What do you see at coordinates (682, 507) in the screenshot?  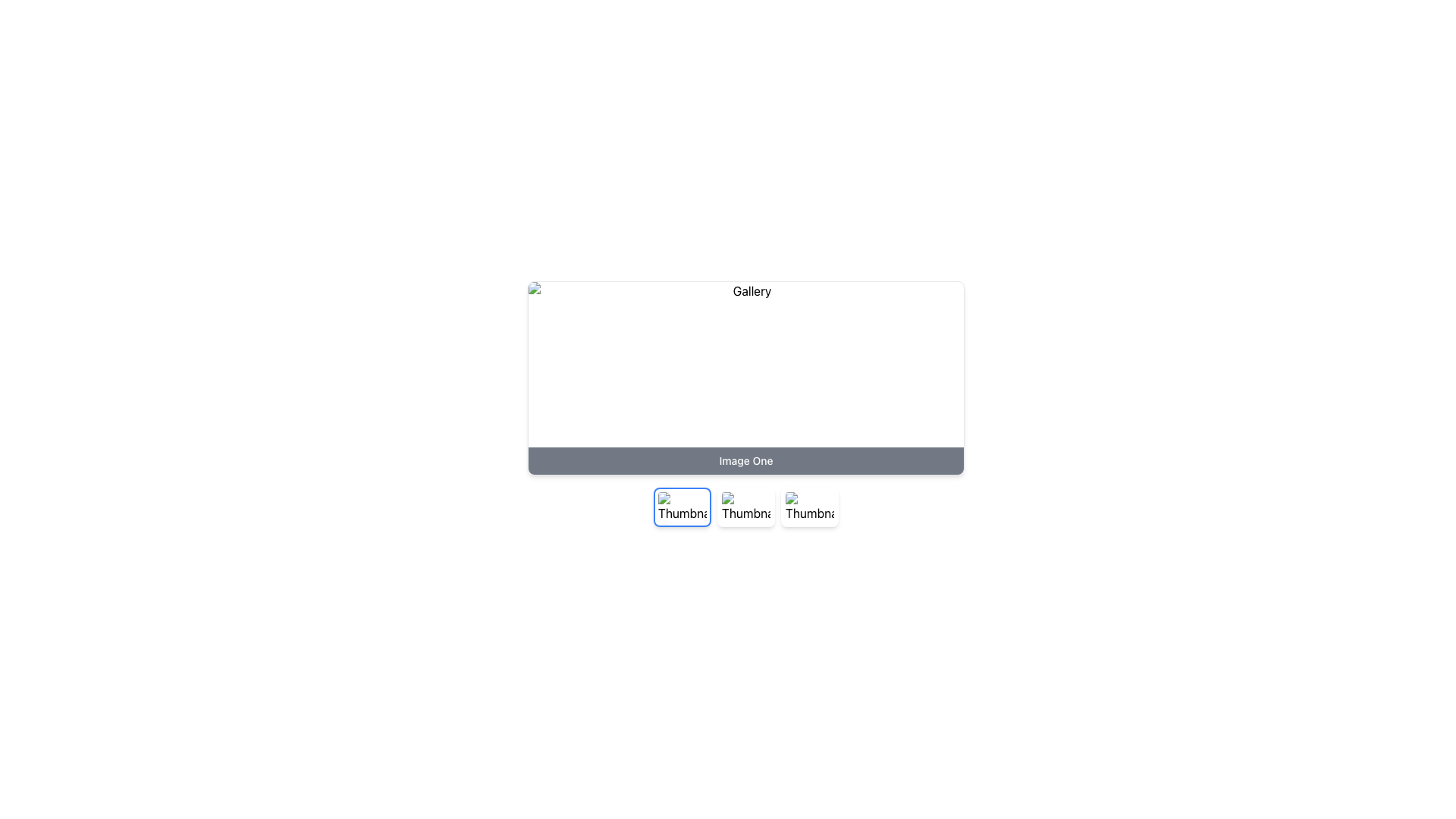 I see `the first Image Thumbnail with a blue border and a smaller image displaying 'Image 1'` at bounding box center [682, 507].